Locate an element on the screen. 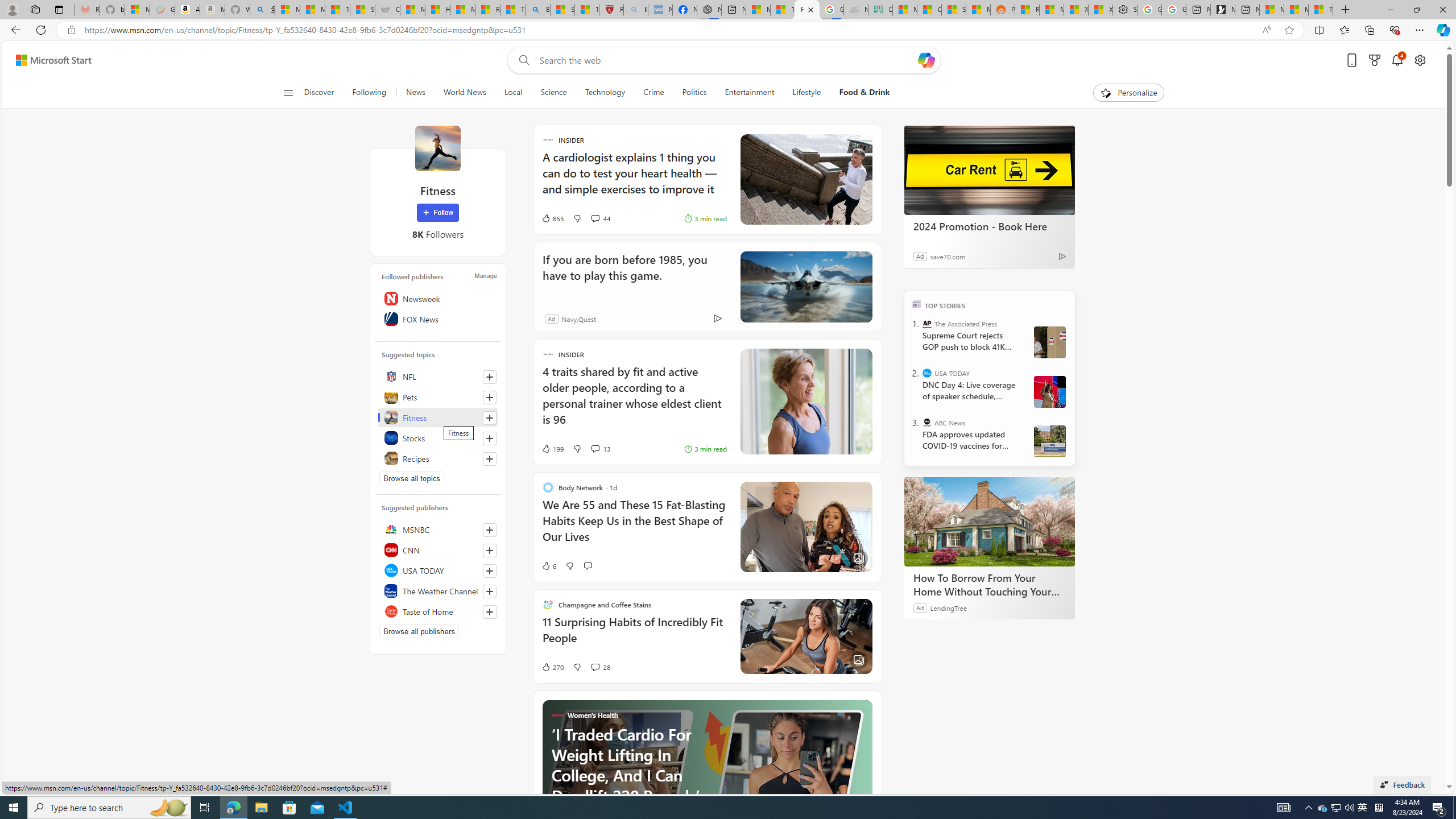 The image size is (1456, 819). 'Fitness - MSN' is located at coordinates (806, 9).